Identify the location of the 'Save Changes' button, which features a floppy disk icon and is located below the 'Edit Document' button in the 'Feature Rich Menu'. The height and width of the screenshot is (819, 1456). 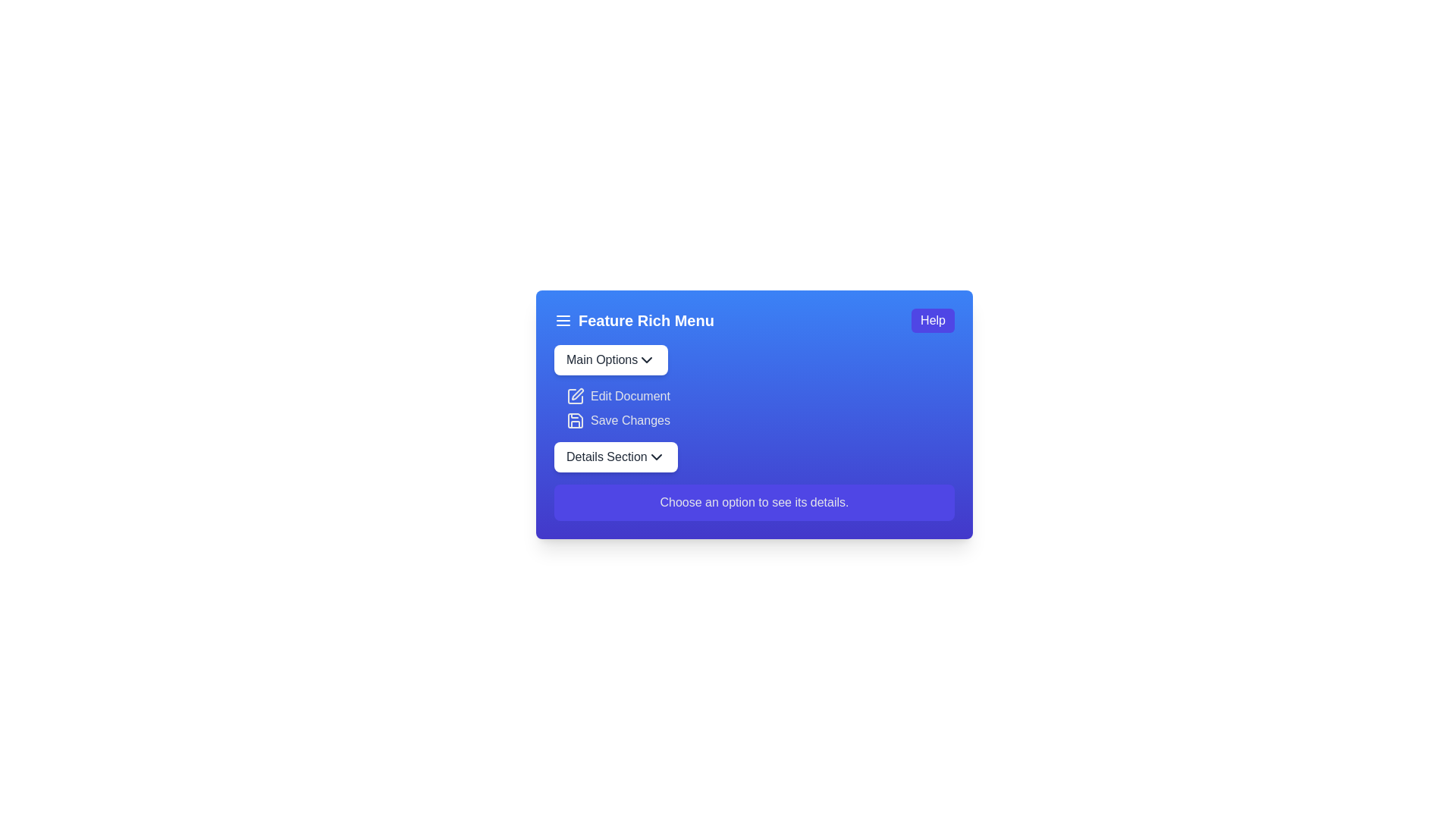
(618, 421).